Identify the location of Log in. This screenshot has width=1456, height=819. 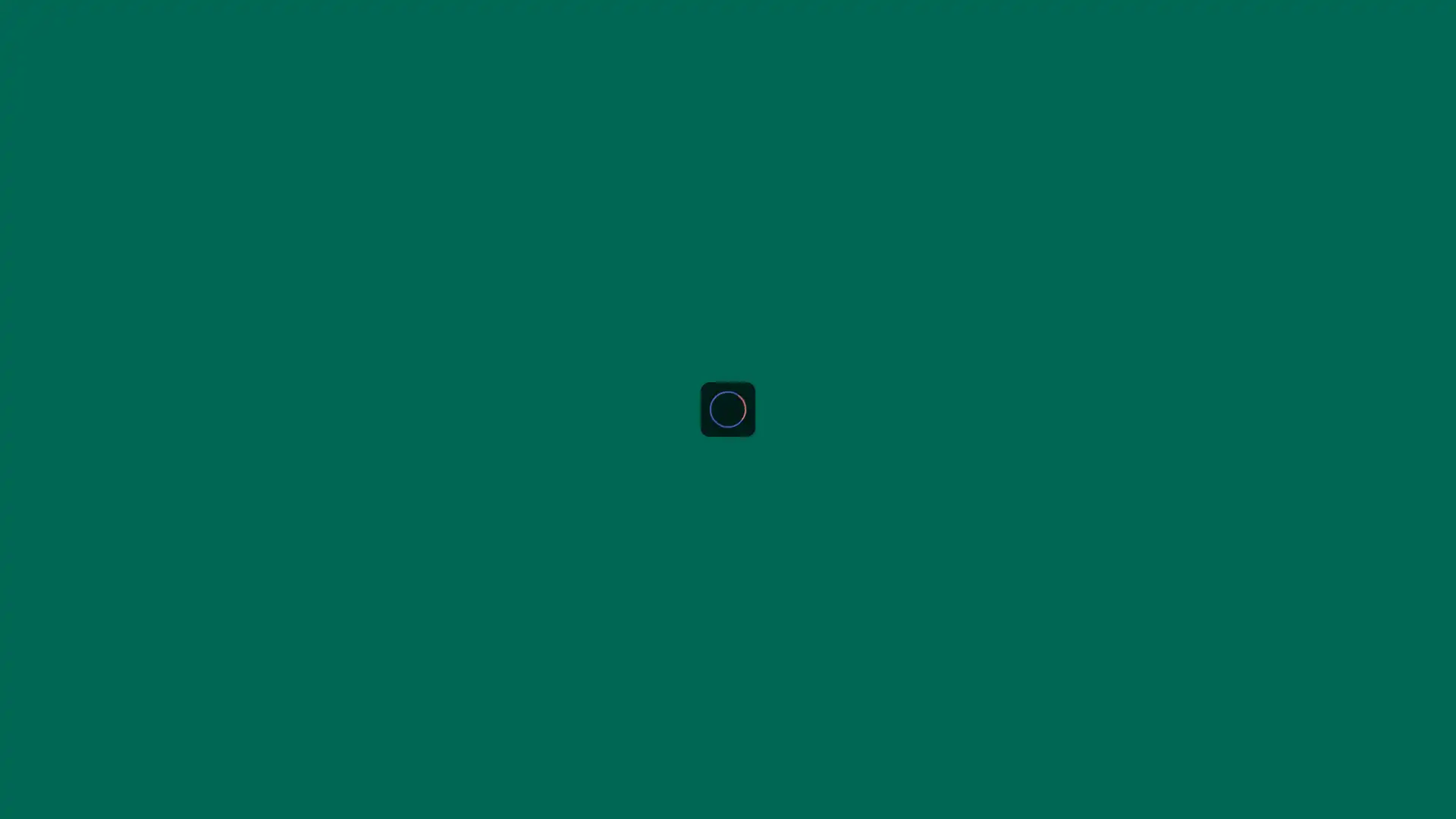
(775, 338).